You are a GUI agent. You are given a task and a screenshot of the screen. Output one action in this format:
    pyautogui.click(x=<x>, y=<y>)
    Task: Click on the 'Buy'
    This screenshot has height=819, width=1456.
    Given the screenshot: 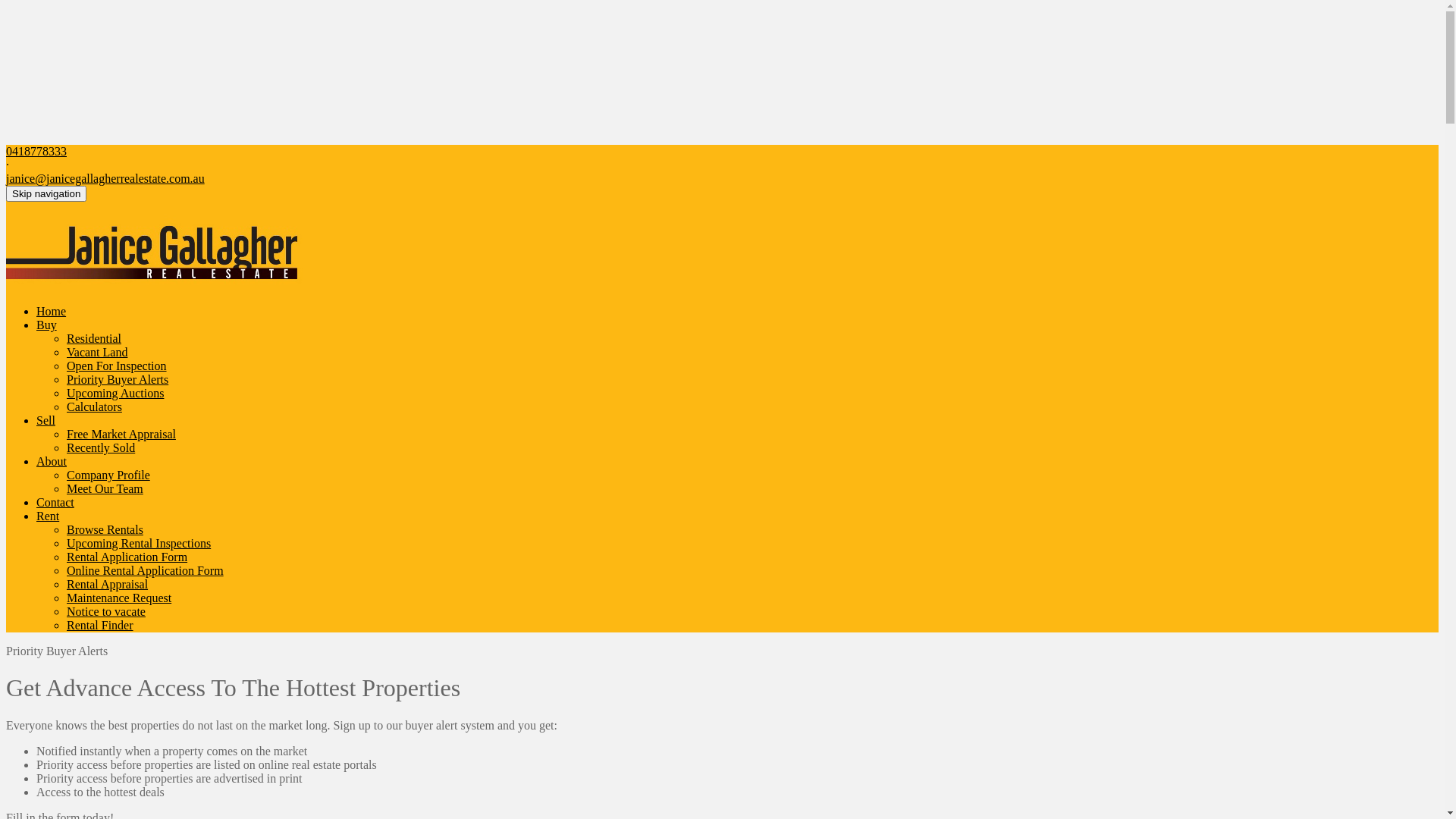 What is the action you would take?
    pyautogui.click(x=36, y=324)
    